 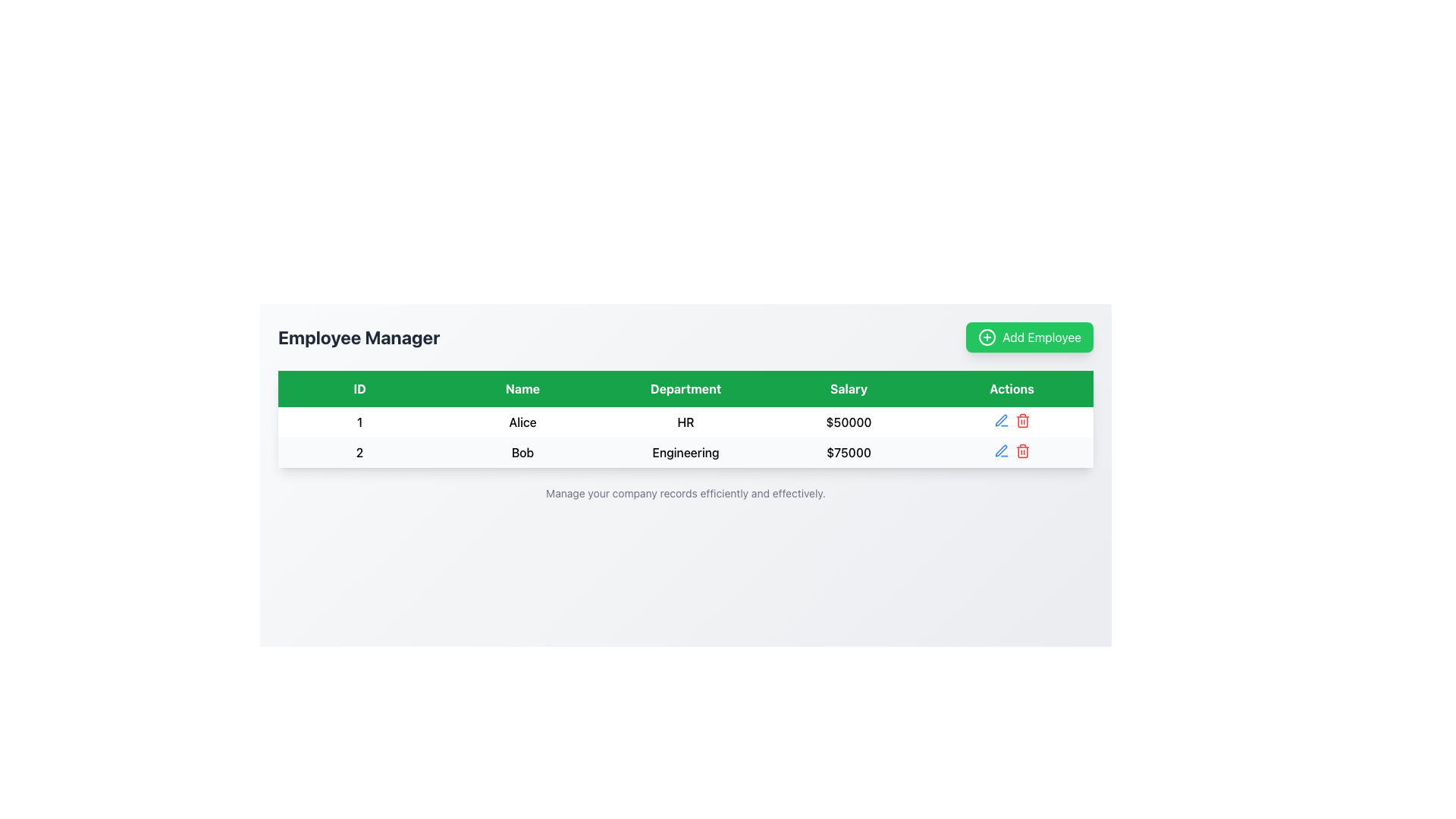 I want to click on on the static text label representing the name of an employee, located in the second row under the 'Name' column of the table, so click(x=522, y=452).